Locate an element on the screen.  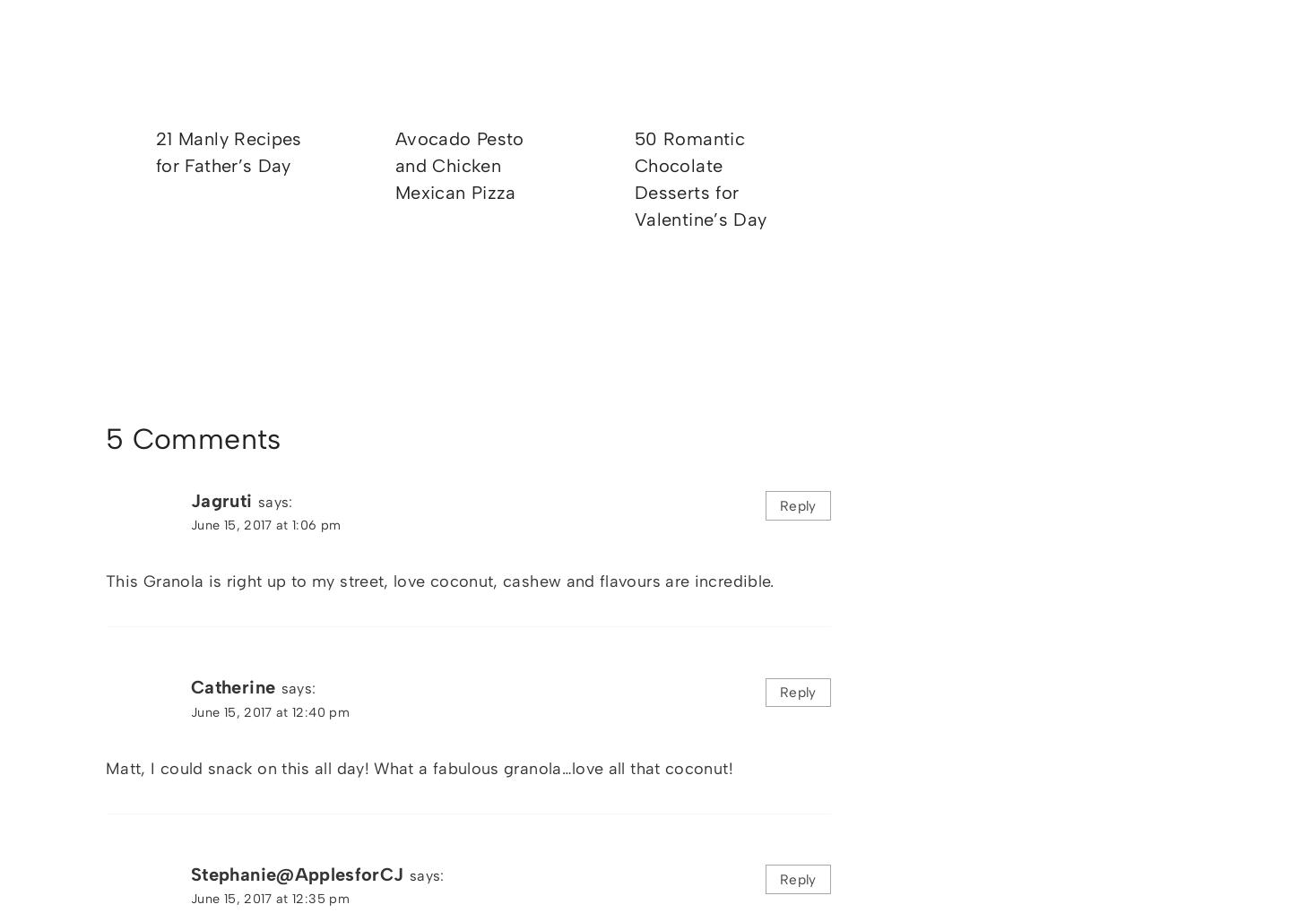
'June 15, 2017 at 1:06 pm' is located at coordinates (264, 524).